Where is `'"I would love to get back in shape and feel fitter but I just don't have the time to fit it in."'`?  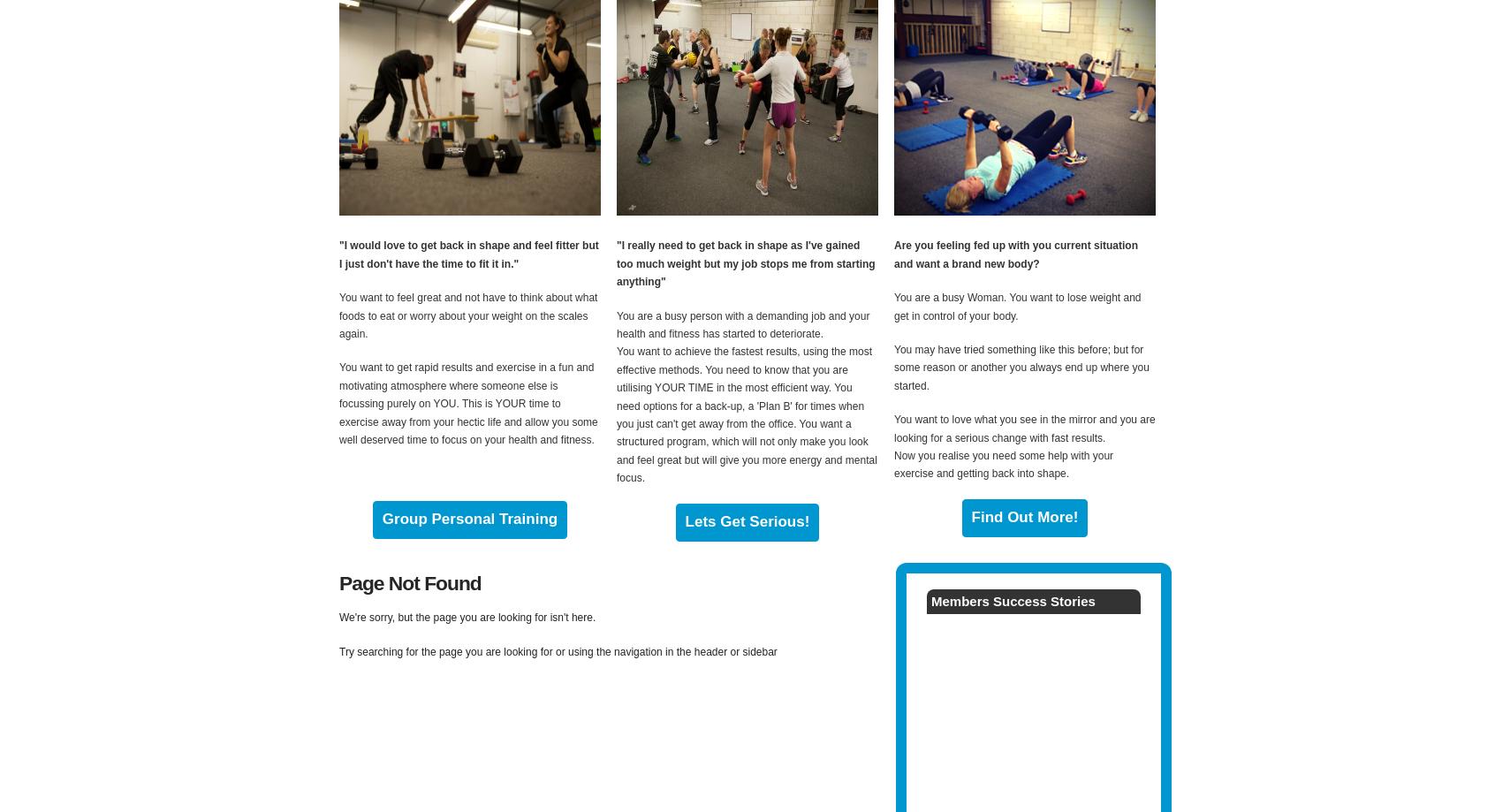
'"I would love to get back in shape and feel fitter but I just don't have the time to fit it in."' is located at coordinates (468, 254).